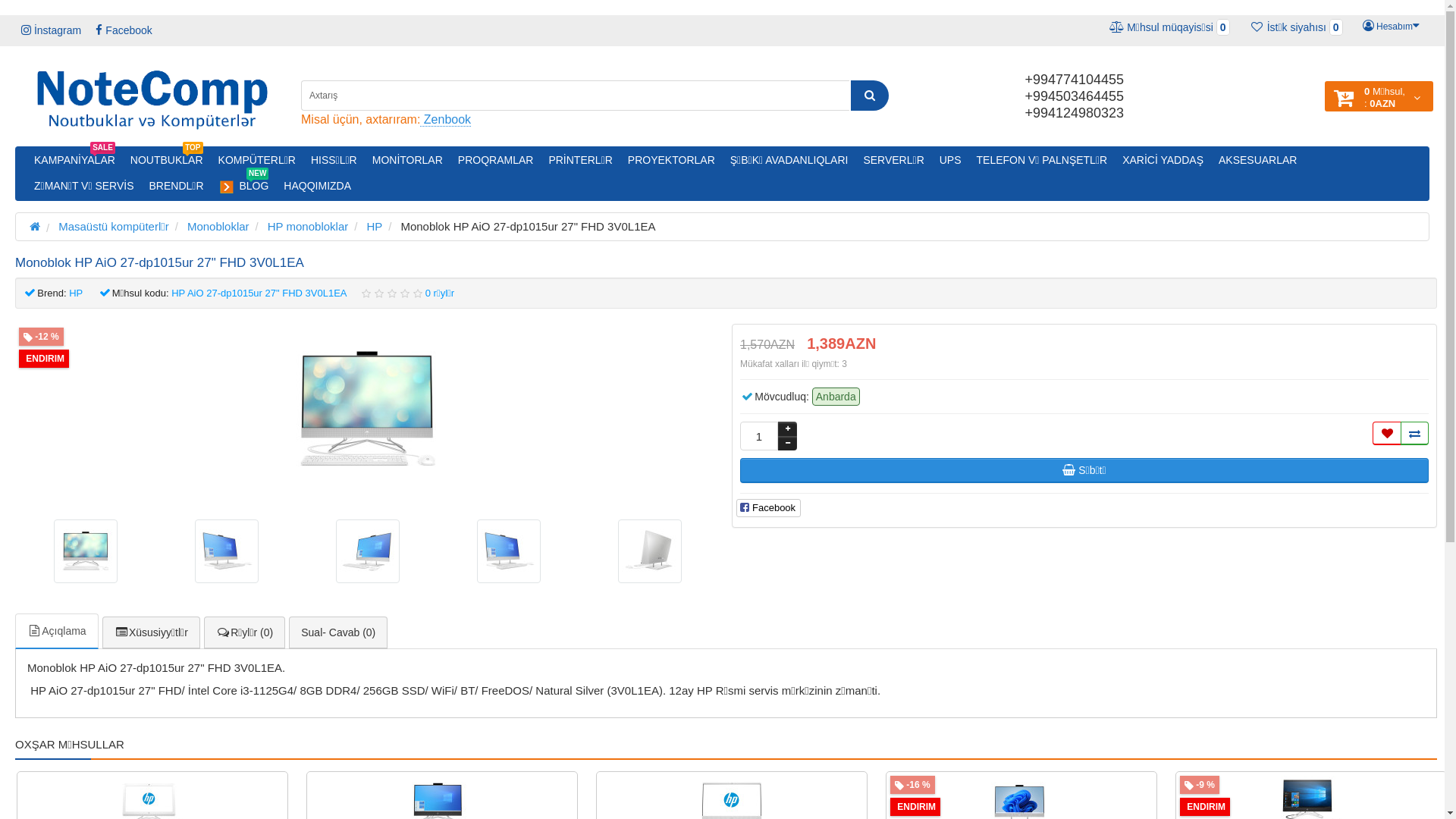 The height and width of the screenshot is (819, 1456). What do you see at coordinates (1257, 160) in the screenshot?
I see `'AKSESUARLAR'` at bounding box center [1257, 160].